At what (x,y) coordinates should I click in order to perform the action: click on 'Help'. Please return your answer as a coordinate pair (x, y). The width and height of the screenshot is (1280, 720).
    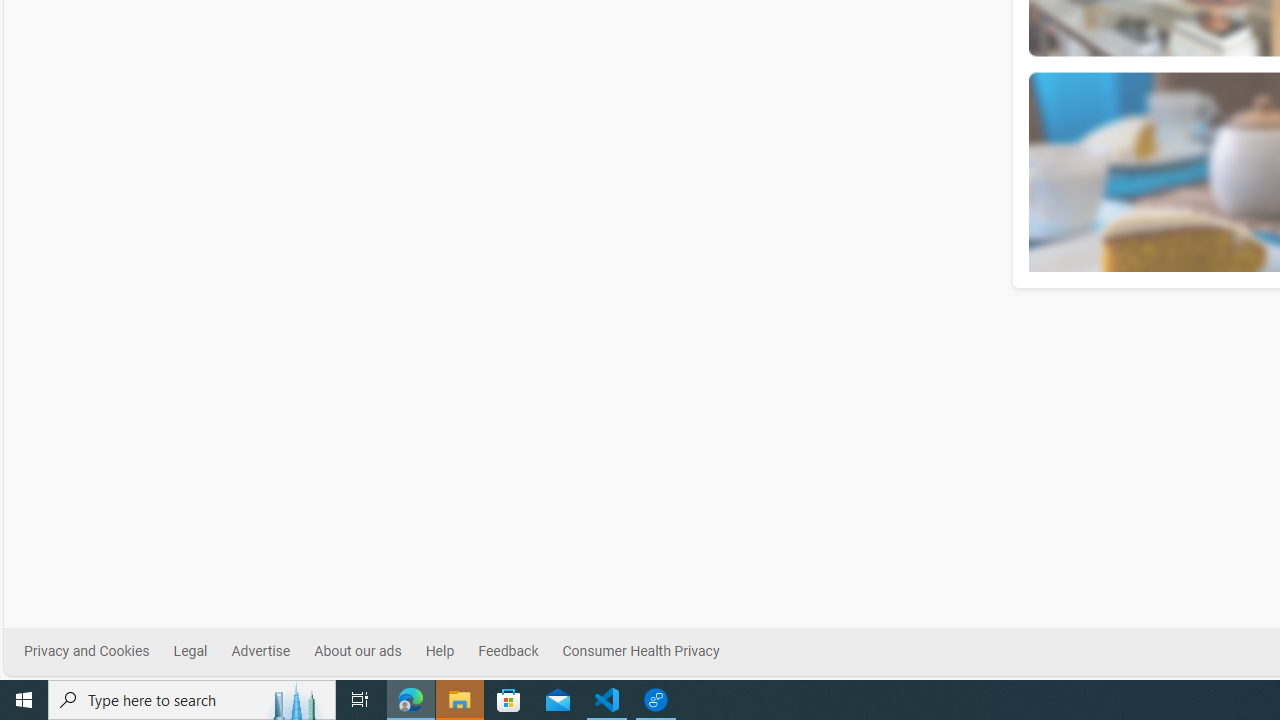
    Looking at the image, I should click on (450, 651).